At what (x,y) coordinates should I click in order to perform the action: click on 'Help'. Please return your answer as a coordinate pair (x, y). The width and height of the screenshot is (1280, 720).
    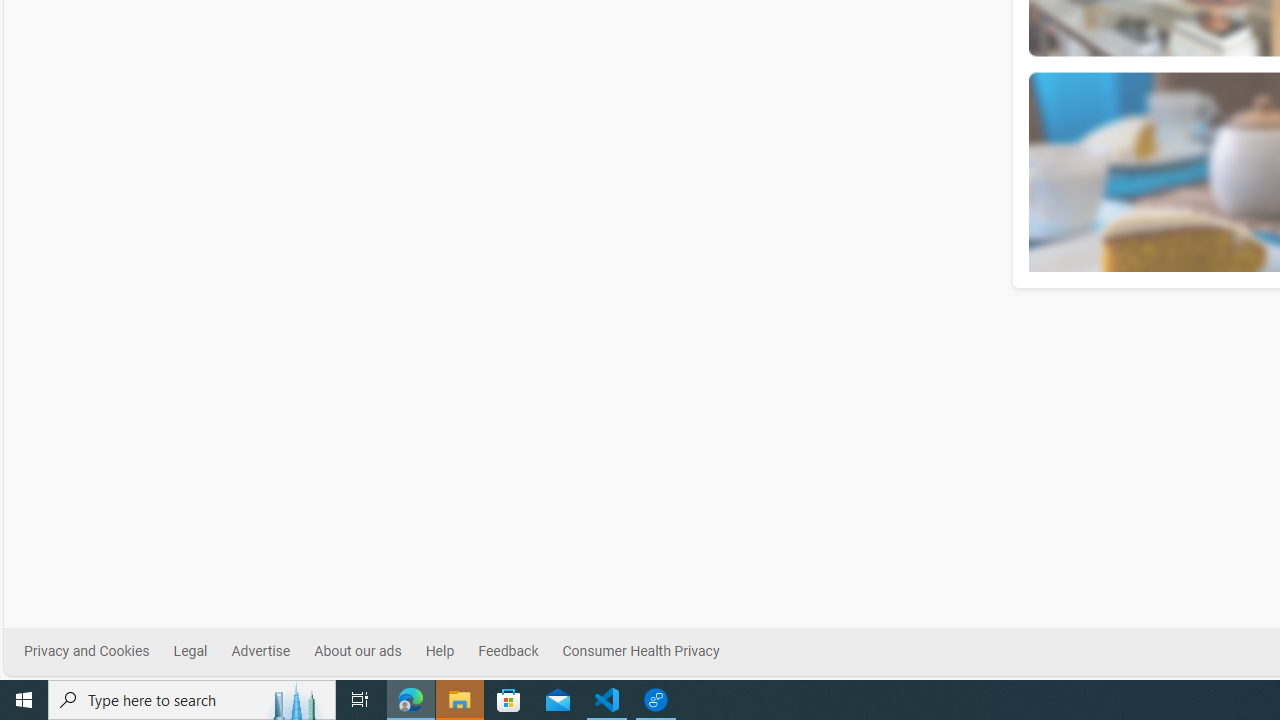
    Looking at the image, I should click on (450, 651).